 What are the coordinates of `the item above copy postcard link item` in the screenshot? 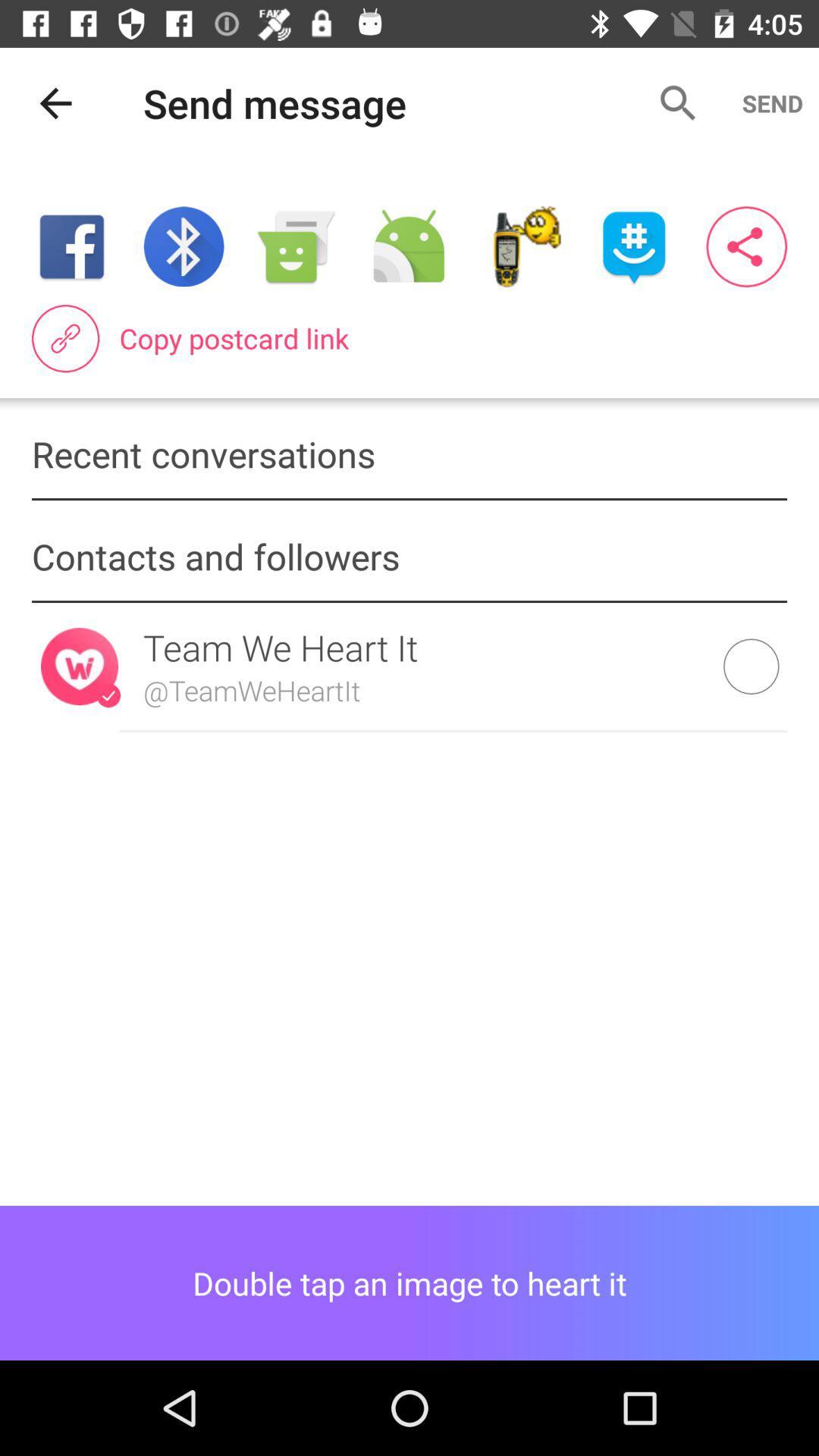 It's located at (745, 246).